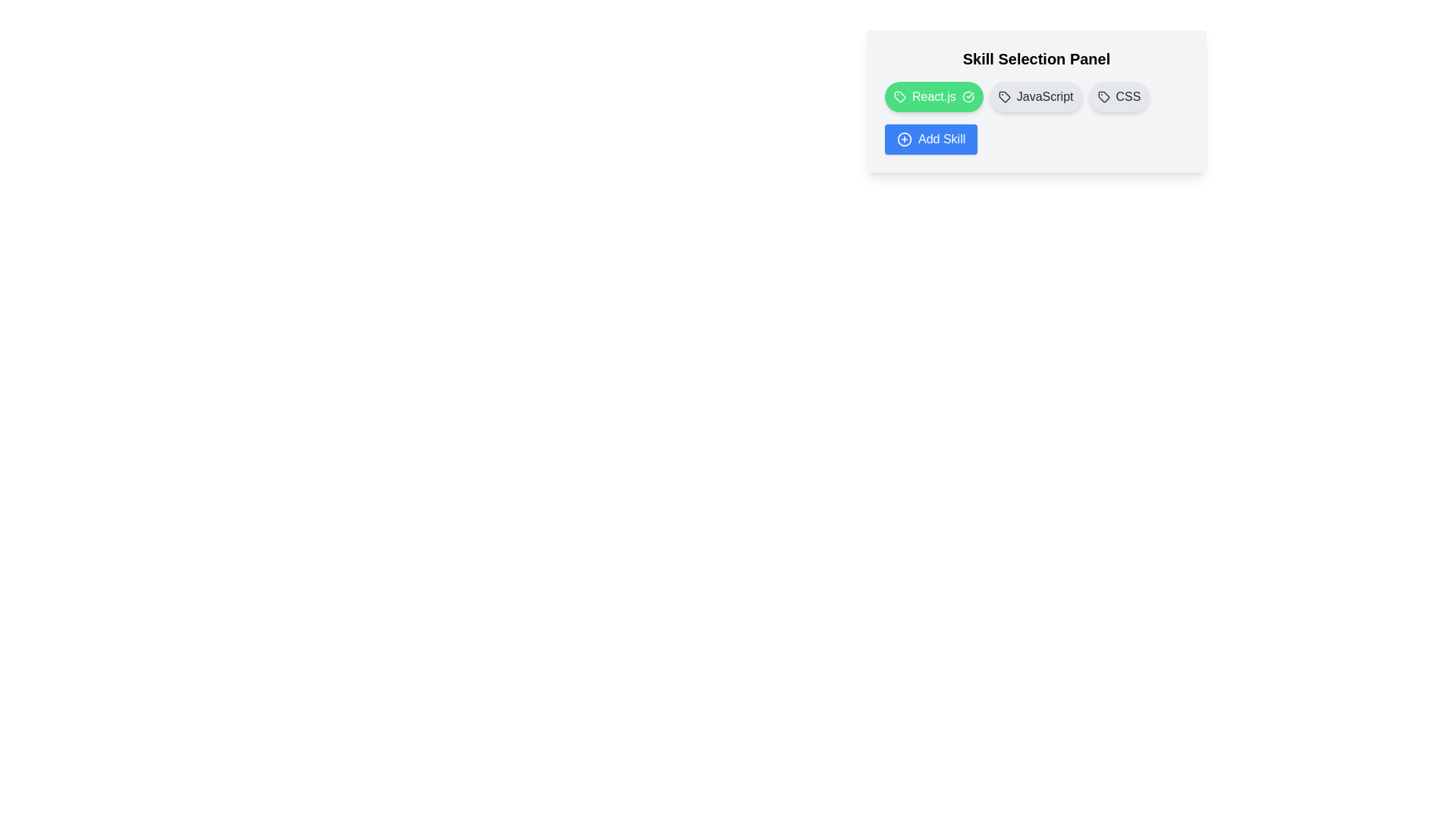 The width and height of the screenshot is (1456, 819). Describe the element at coordinates (1036, 102) in the screenshot. I see `the second selectable badge labeled 'JavaScript' in the 'Skill Selection Panel'` at that location.